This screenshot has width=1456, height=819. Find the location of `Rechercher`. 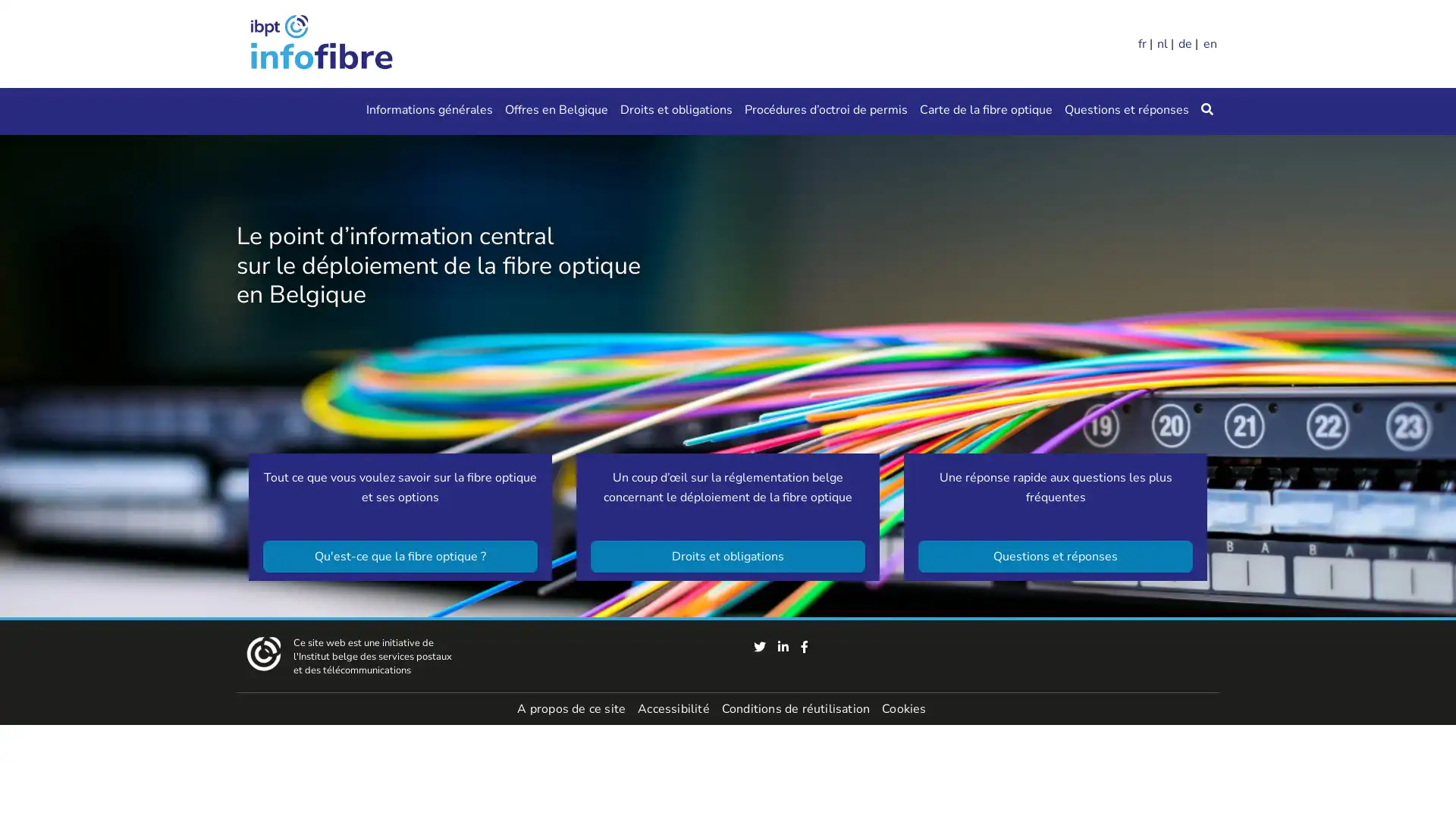

Rechercher is located at coordinates (1207, 110).